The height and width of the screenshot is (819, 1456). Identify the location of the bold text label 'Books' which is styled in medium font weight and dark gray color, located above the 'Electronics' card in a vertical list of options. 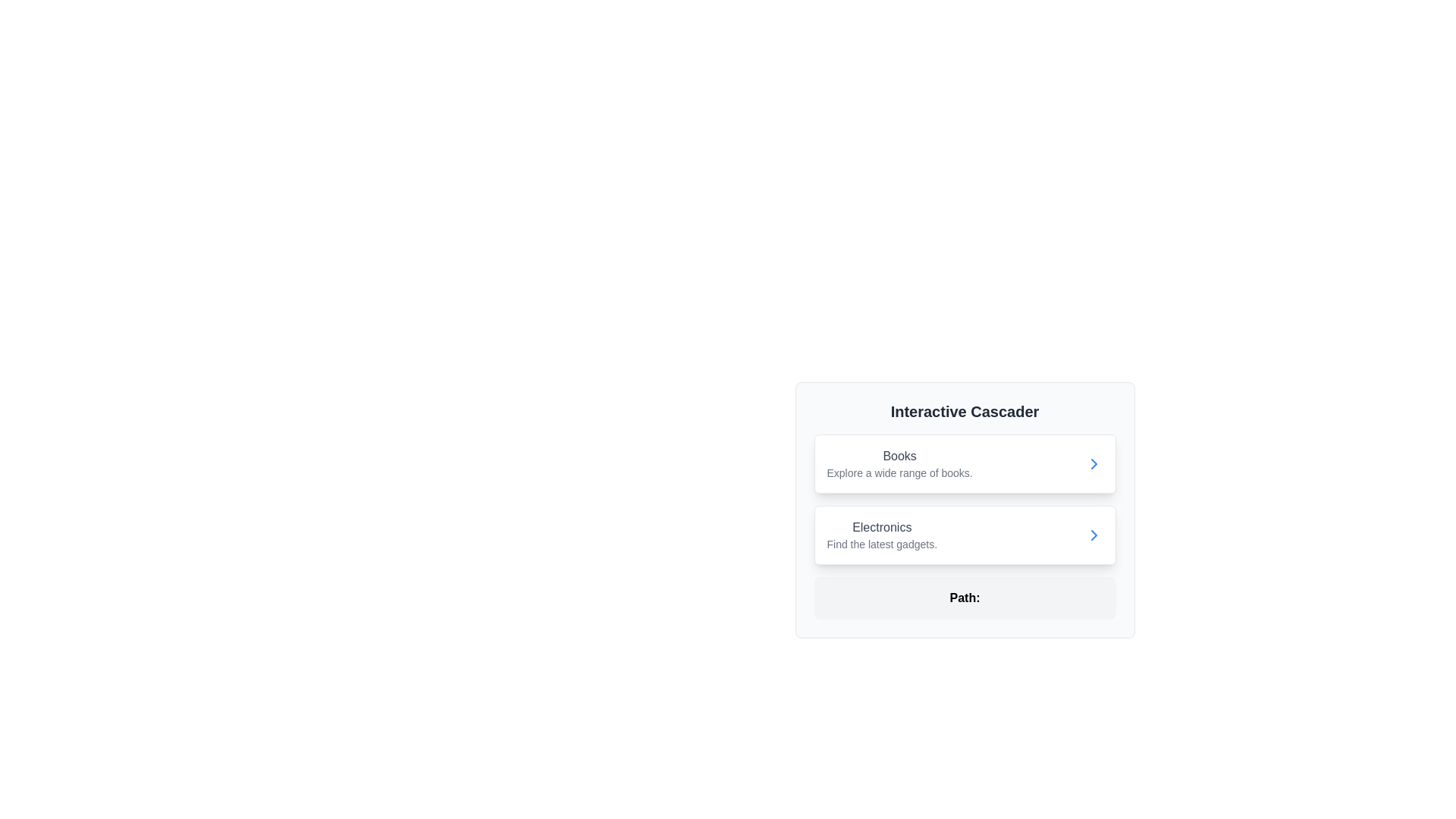
(899, 455).